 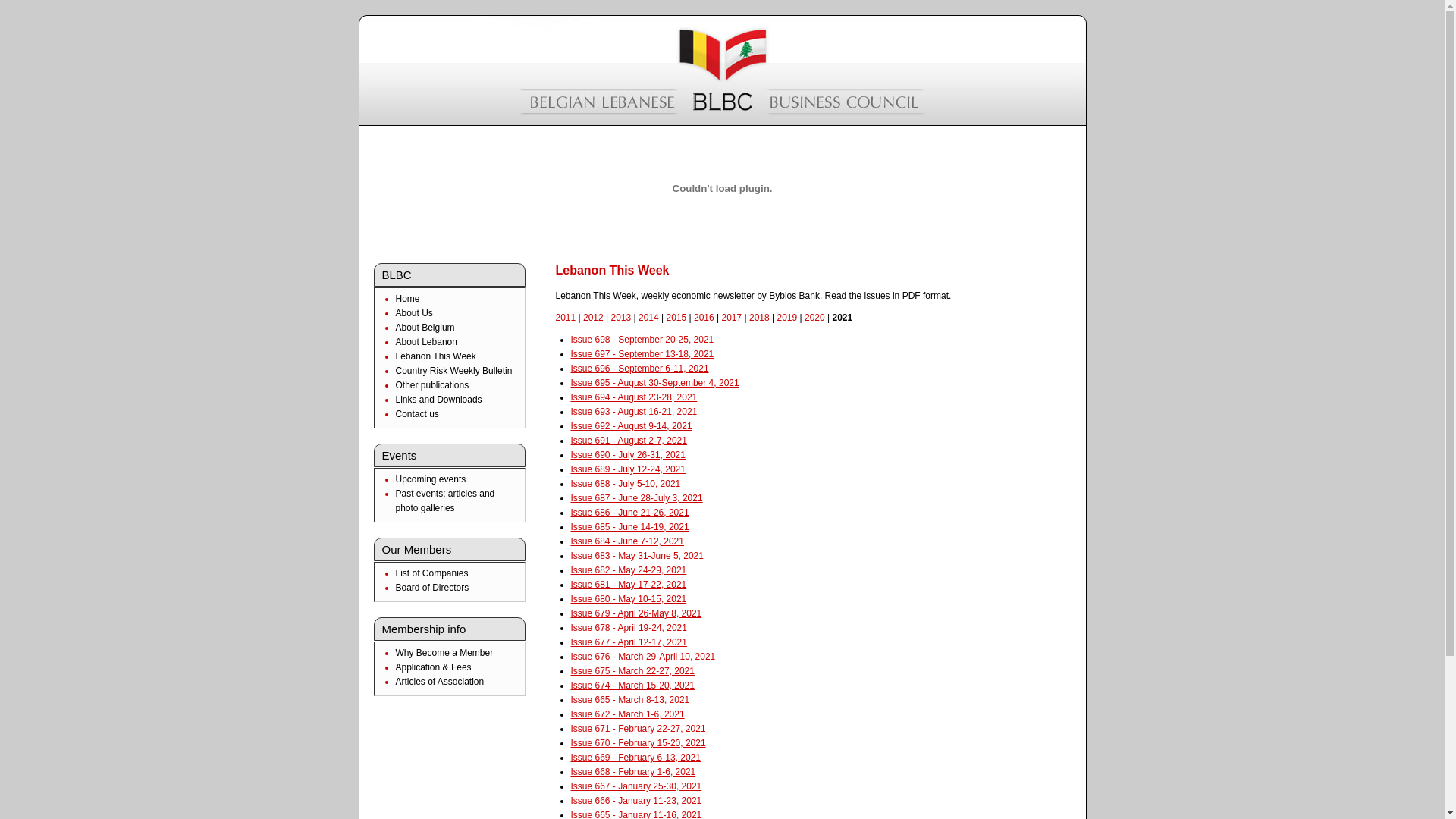 What do you see at coordinates (431, 587) in the screenshot?
I see `'Board of Directors'` at bounding box center [431, 587].